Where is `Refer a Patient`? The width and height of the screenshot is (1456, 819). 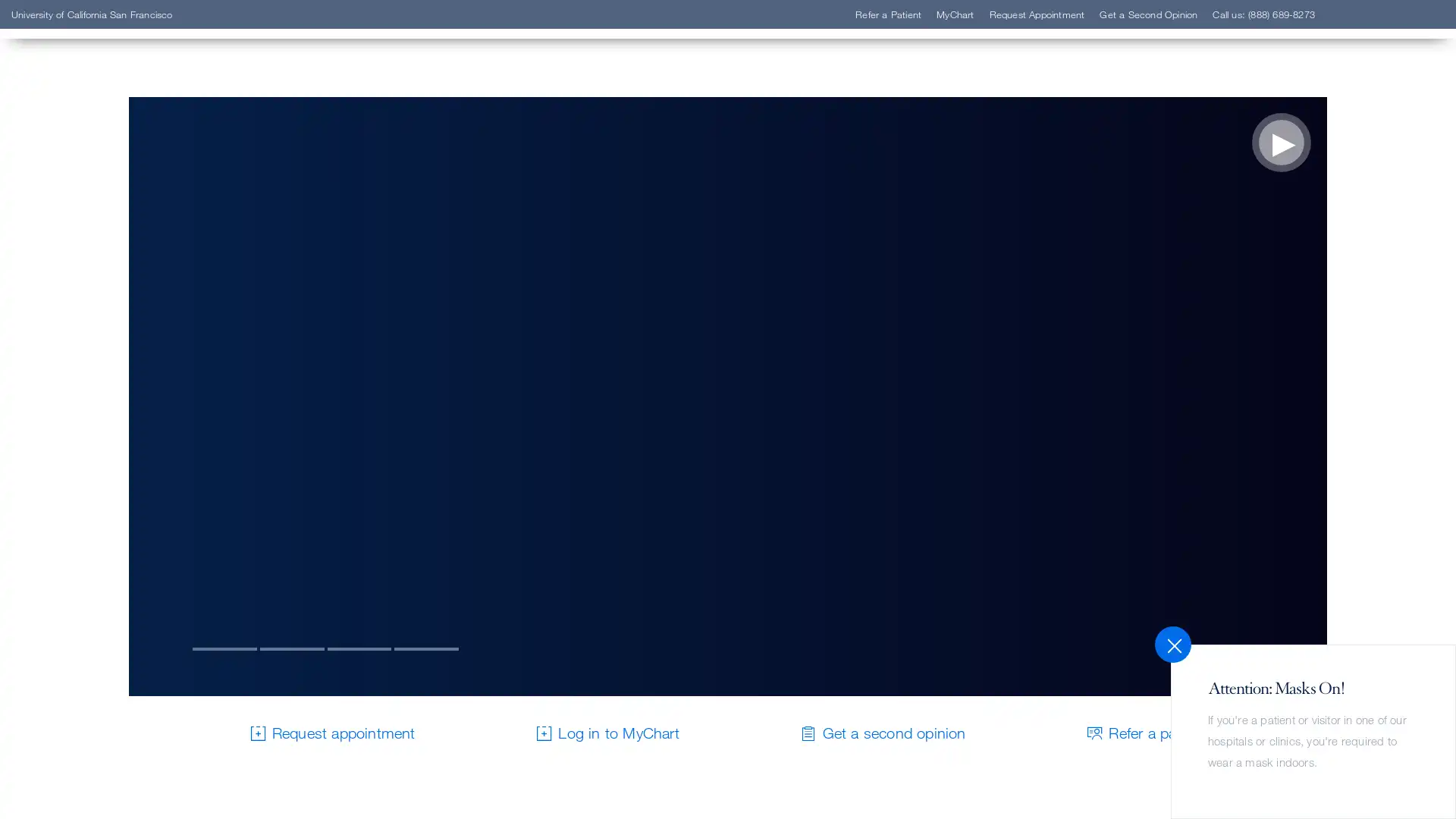
Refer a Patient is located at coordinates (108, 245).